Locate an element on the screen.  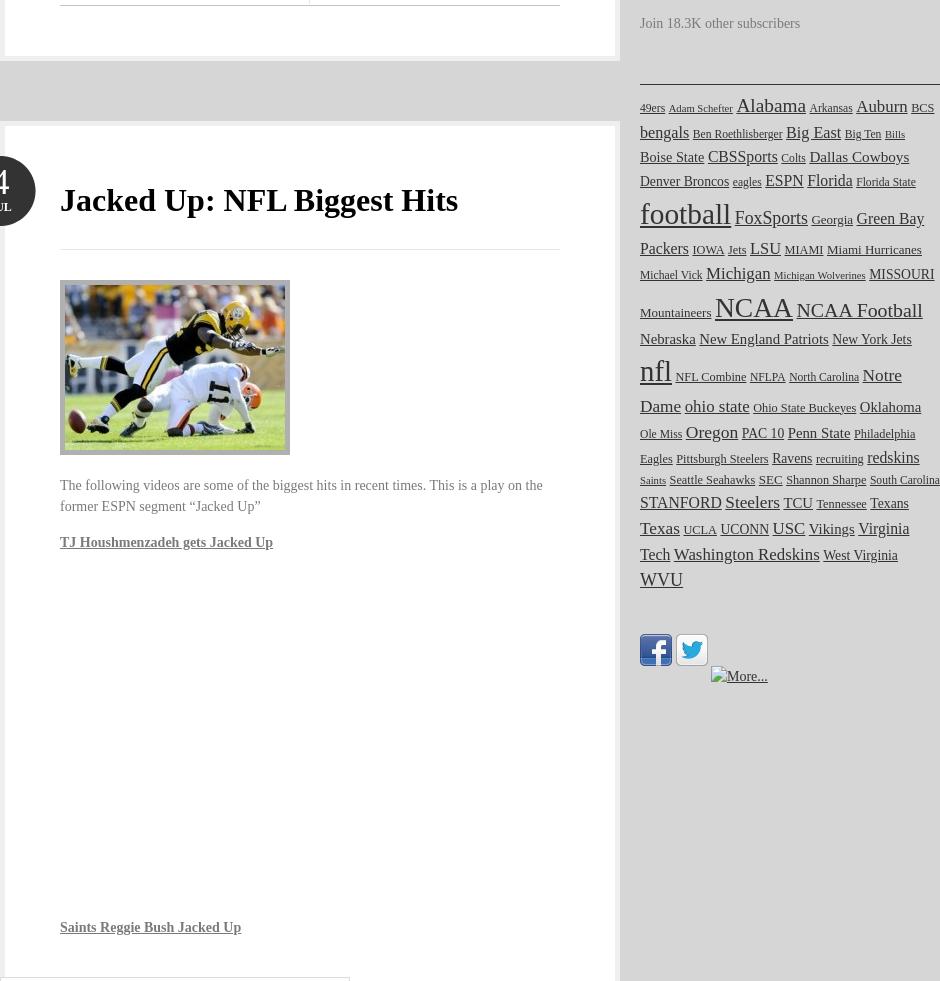
'NFL Combine' is located at coordinates (710, 375).